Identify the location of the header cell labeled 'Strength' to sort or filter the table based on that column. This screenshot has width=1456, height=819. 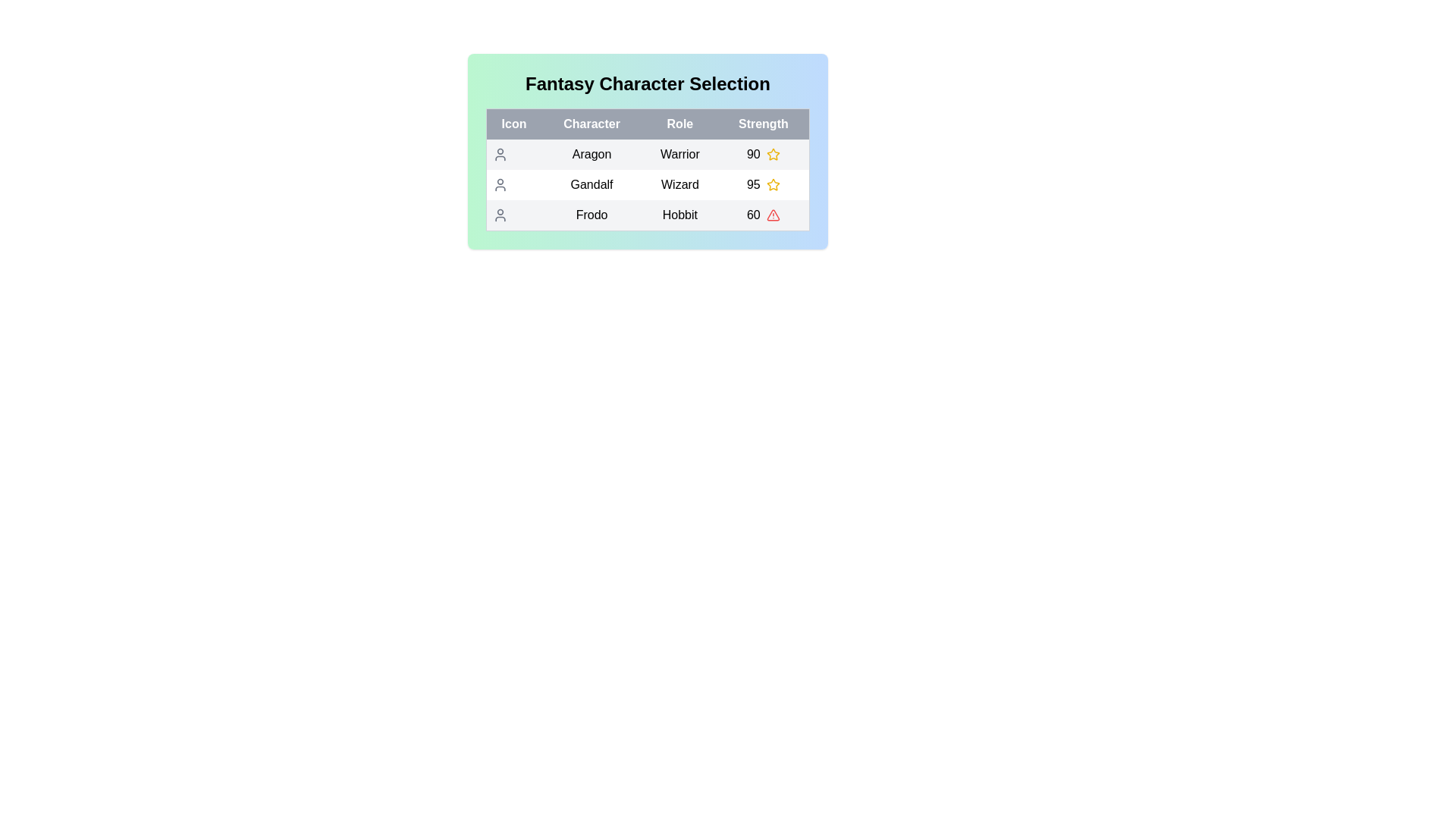
(764, 124).